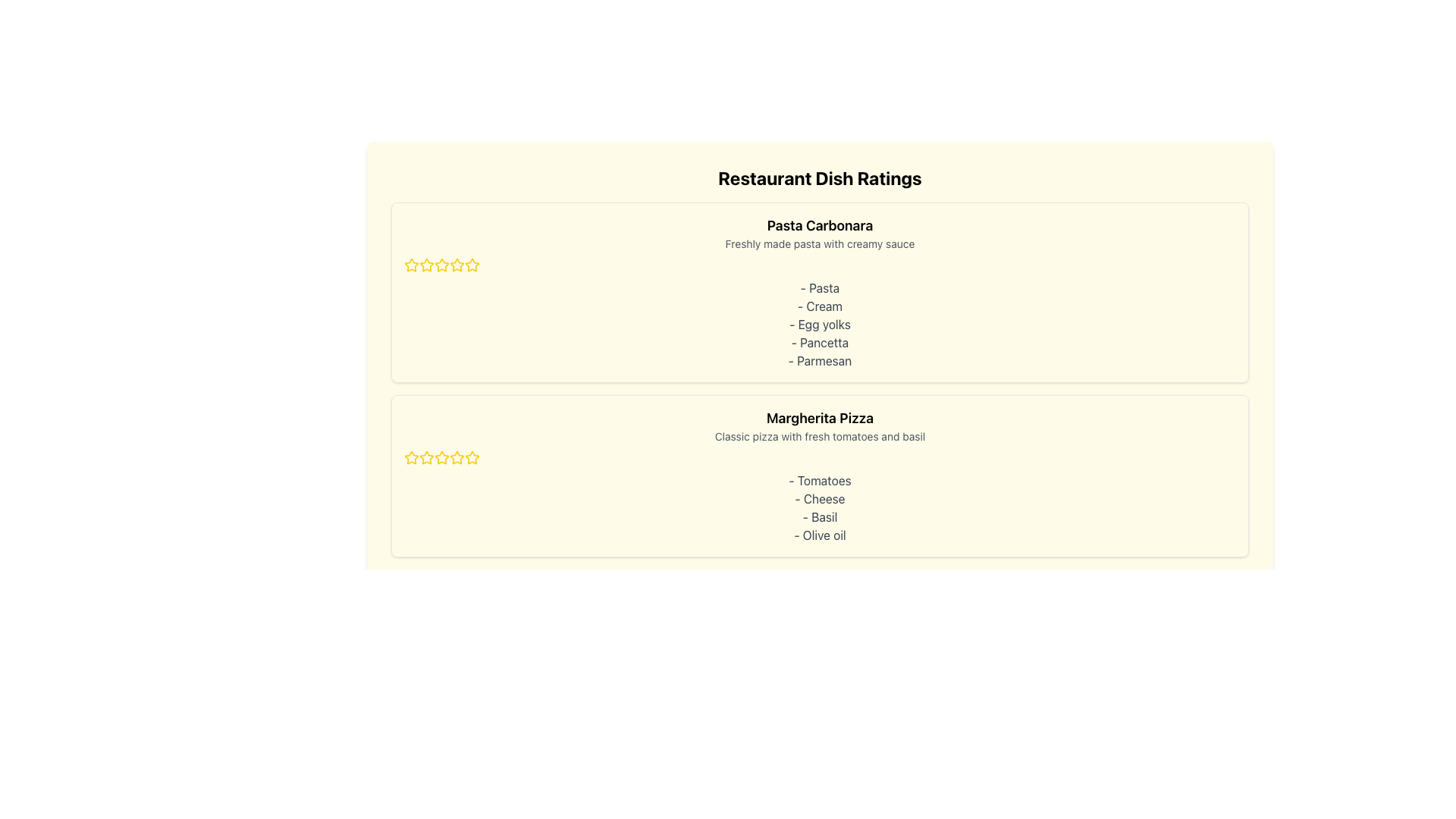  I want to click on the third yellow star icon in the rating system below the 'Margherita Pizza' text, so click(425, 457).